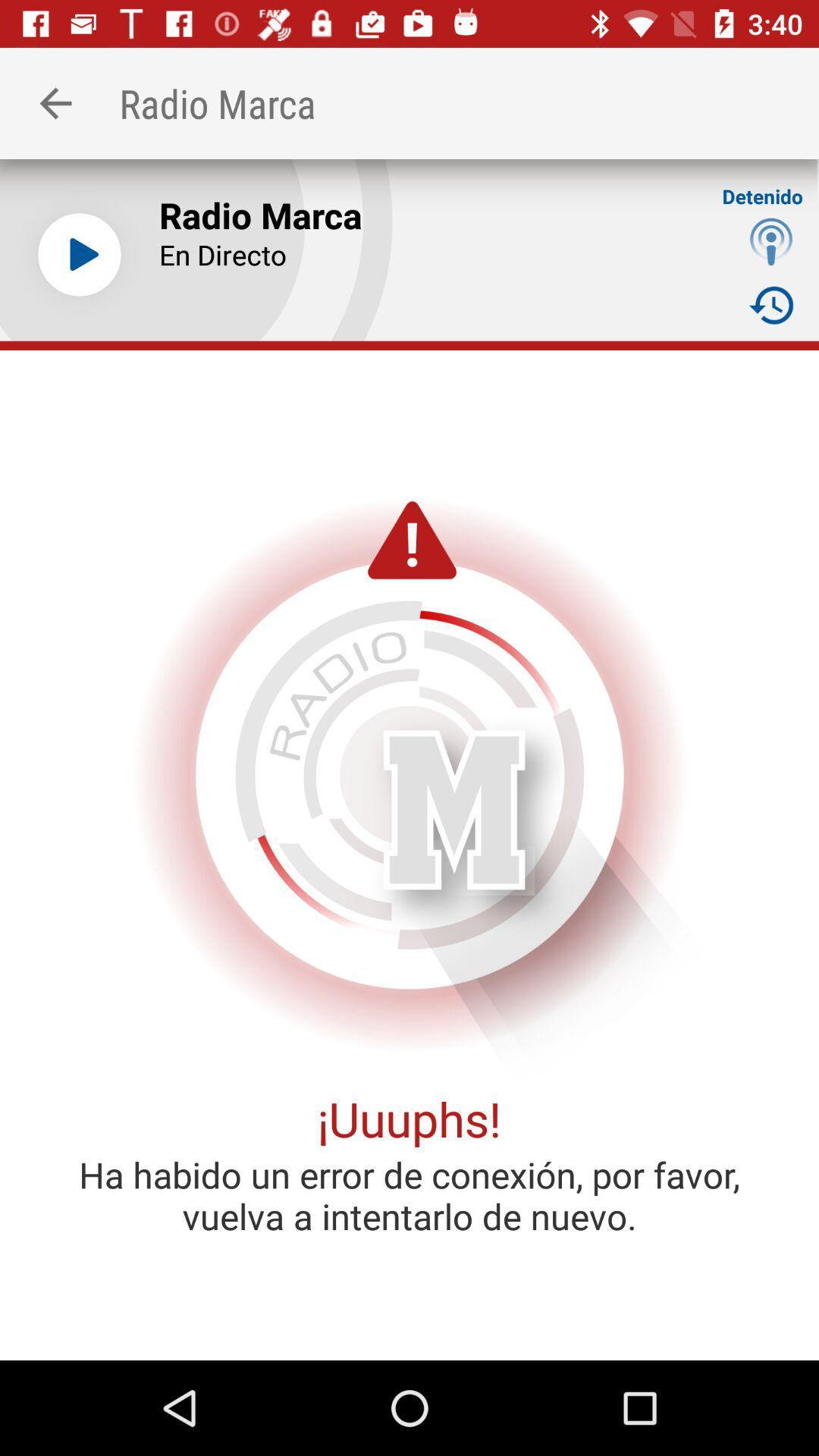 The width and height of the screenshot is (819, 1456). Describe the element at coordinates (771, 240) in the screenshot. I see `item below detenido` at that location.